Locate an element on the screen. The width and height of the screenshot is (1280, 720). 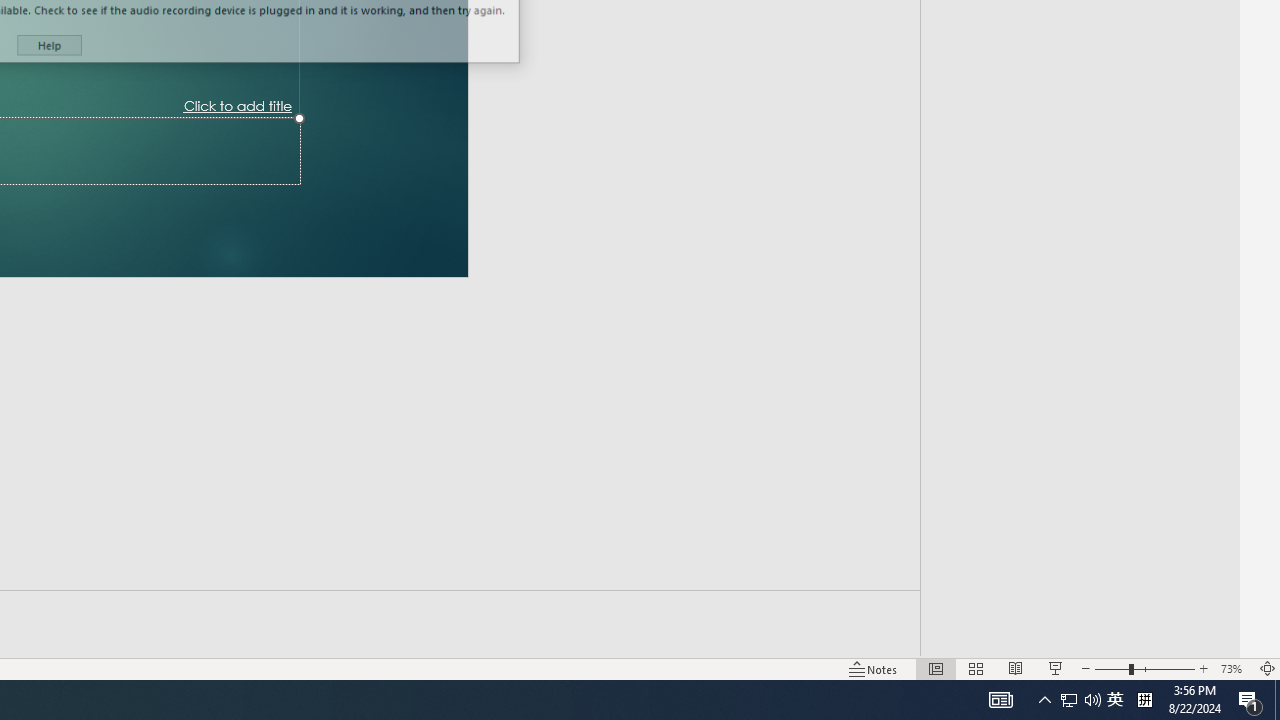
'Zoom 73%' is located at coordinates (1233, 669).